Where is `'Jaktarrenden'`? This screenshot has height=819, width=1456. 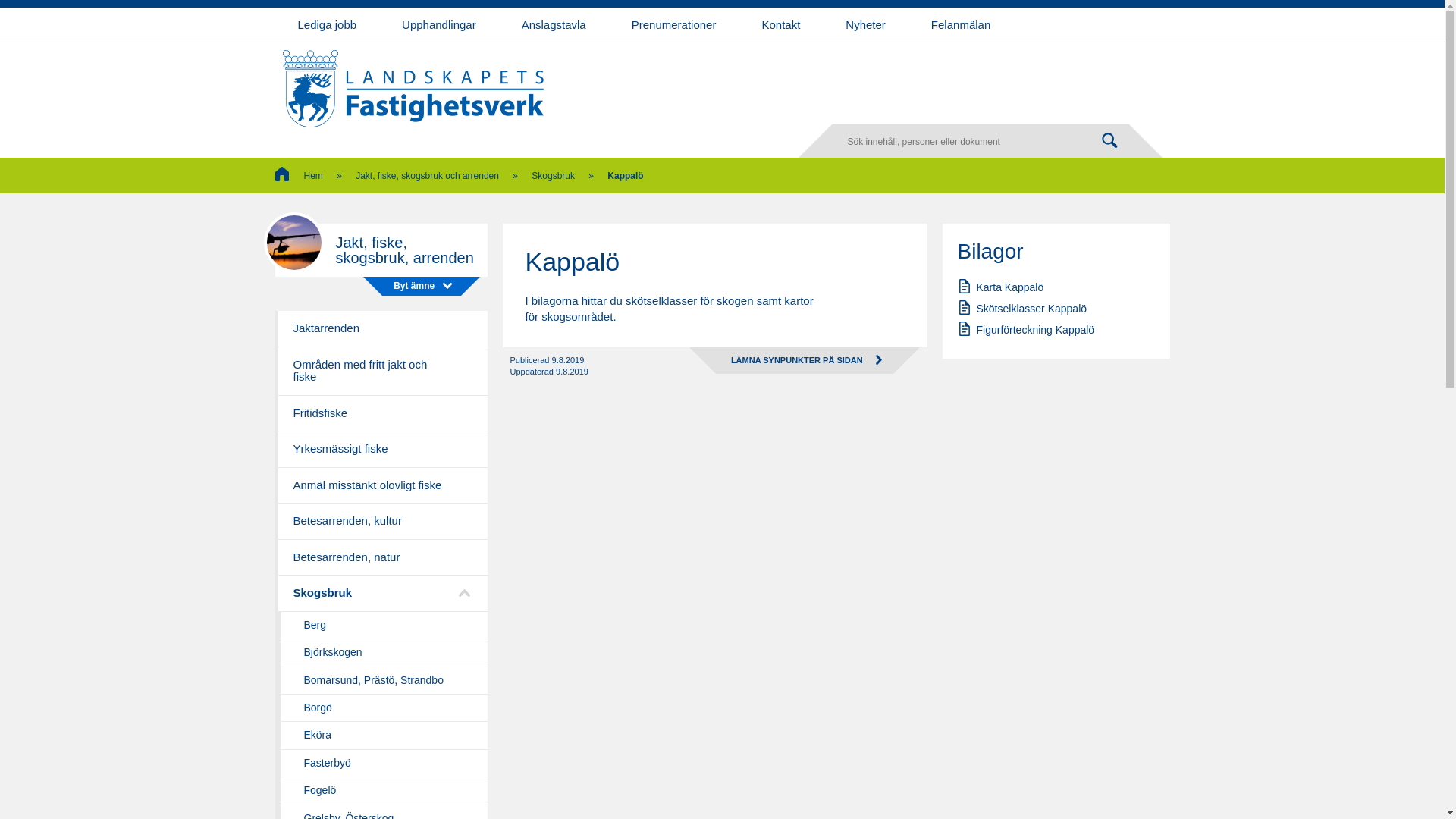 'Jaktarrenden' is located at coordinates (381, 328).